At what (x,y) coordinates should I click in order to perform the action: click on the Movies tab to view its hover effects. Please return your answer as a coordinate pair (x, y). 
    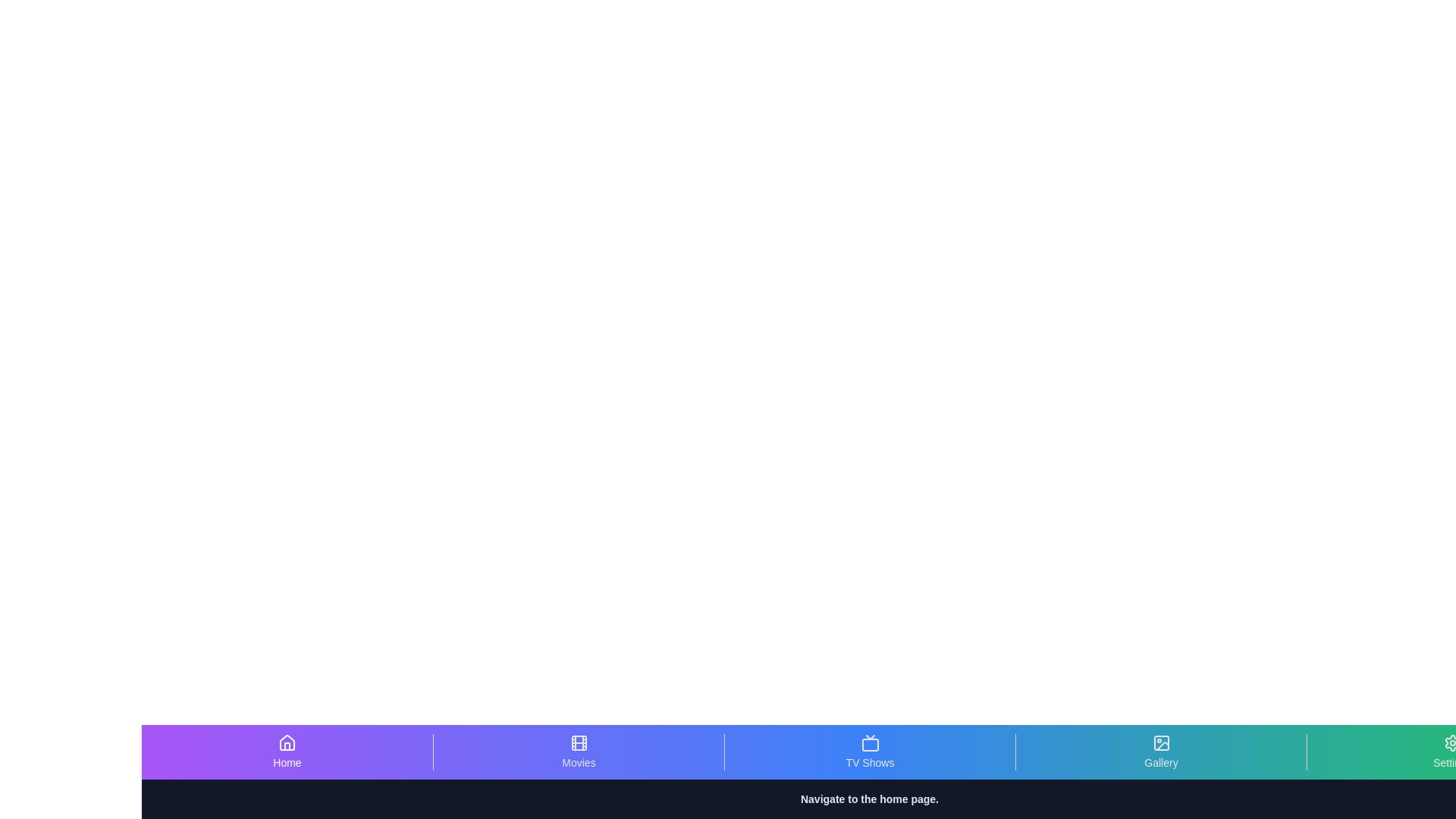
    Looking at the image, I should click on (578, 752).